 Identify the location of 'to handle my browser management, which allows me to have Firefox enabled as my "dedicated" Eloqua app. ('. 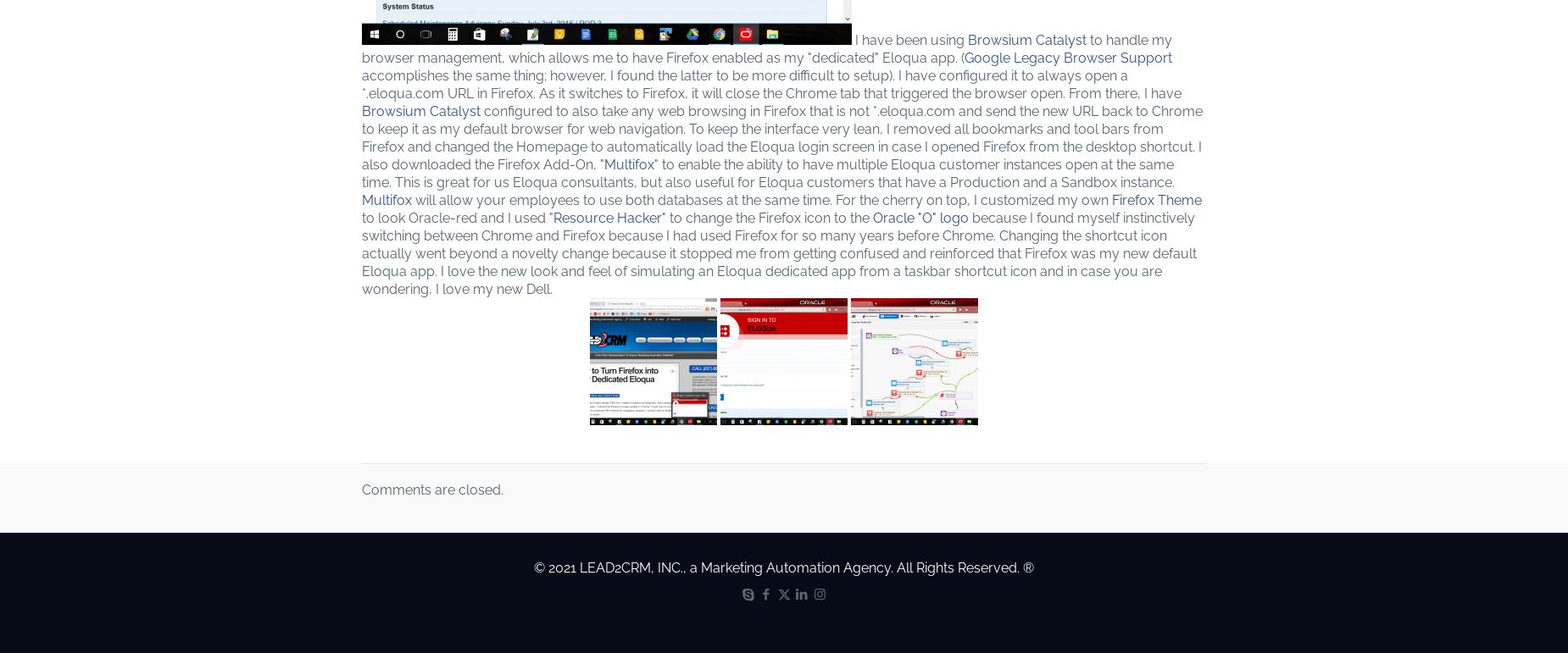
(767, 47).